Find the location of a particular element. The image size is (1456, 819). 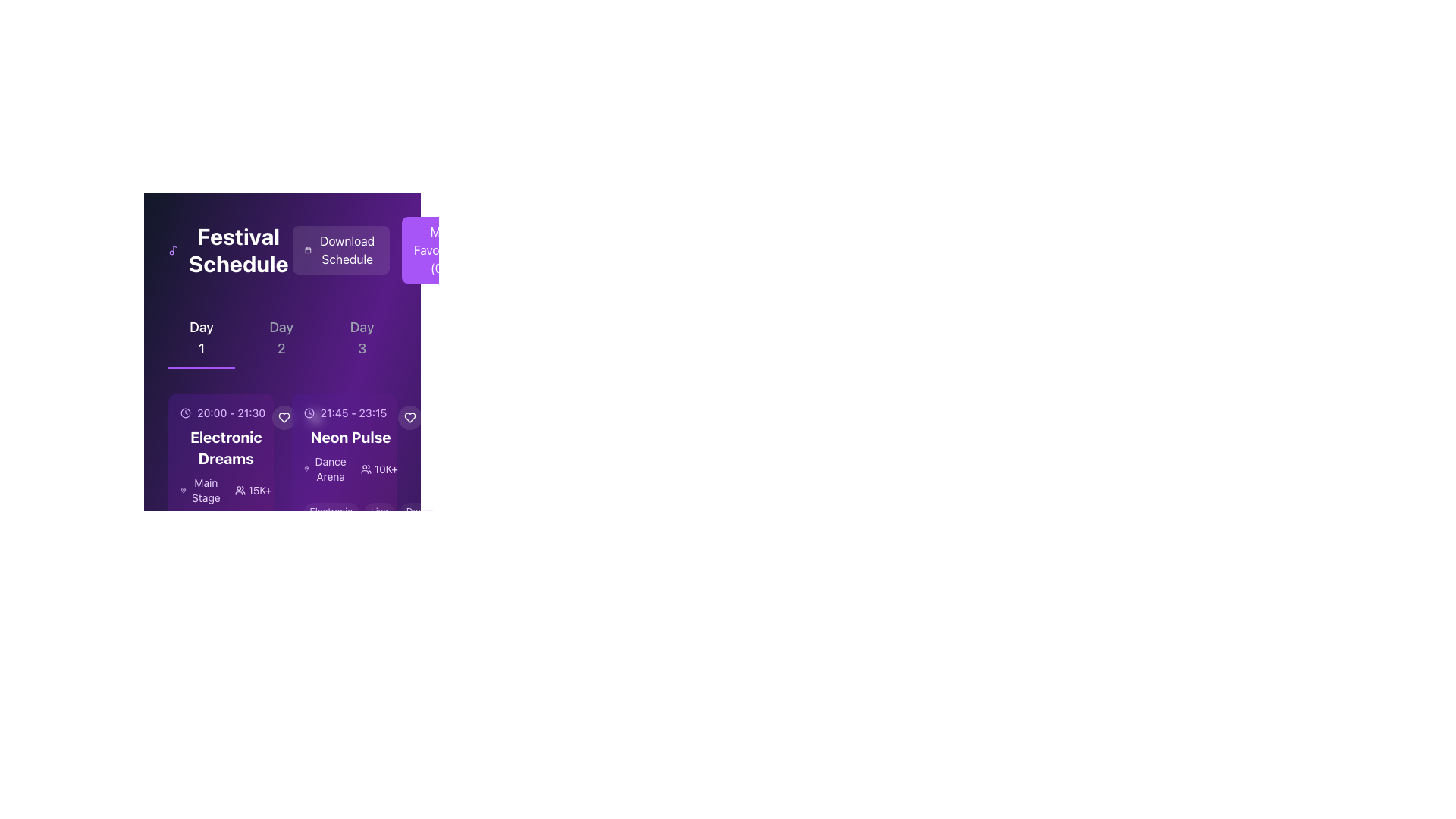

the text label indicating the location or venue for the 'Neon Pulse' event in the schedule, which is the first text component next to the '10K+' text component is located at coordinates (325, 468).